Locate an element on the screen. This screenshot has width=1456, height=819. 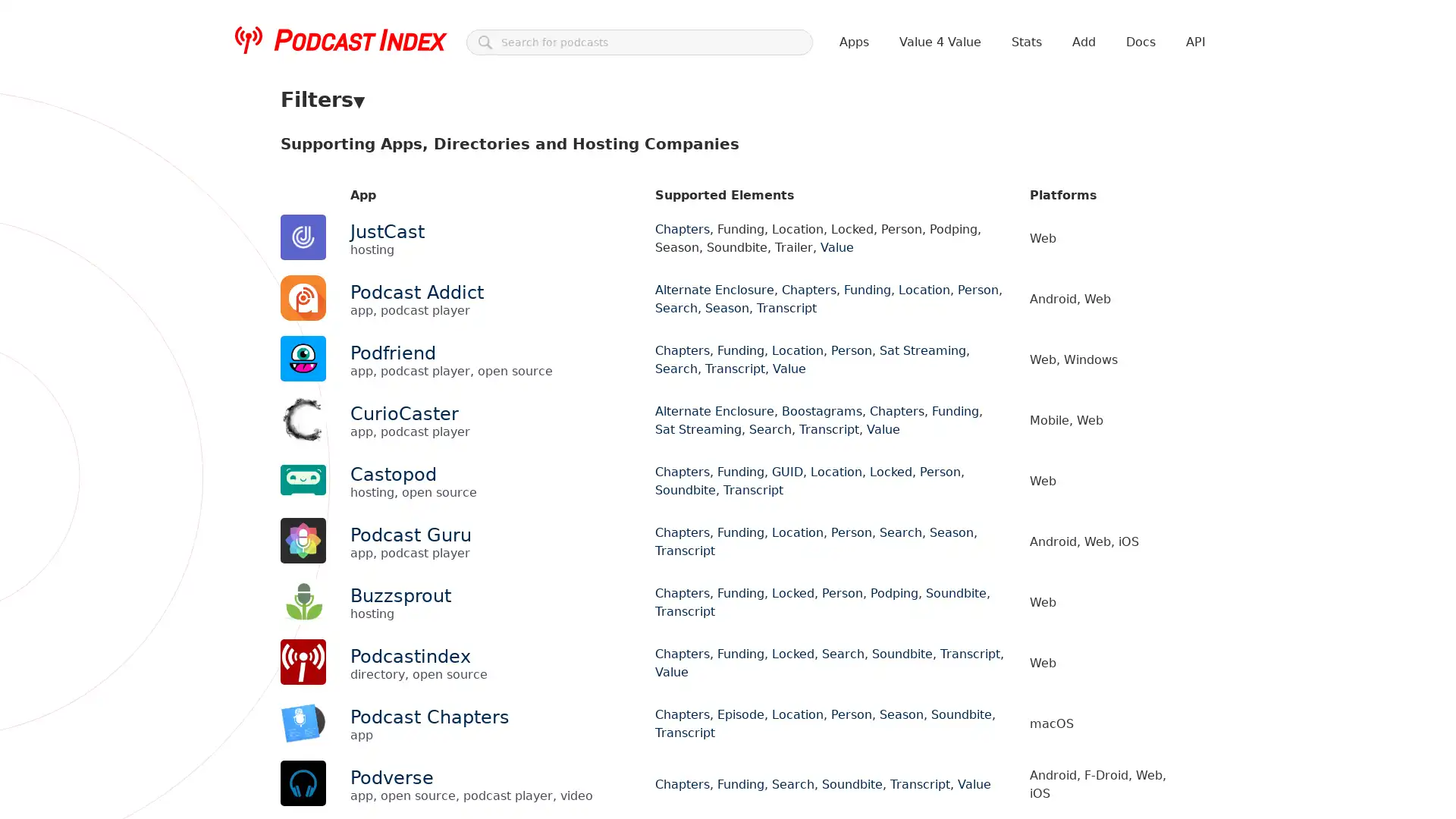
F-Droid is located at coordinates (664, 311).